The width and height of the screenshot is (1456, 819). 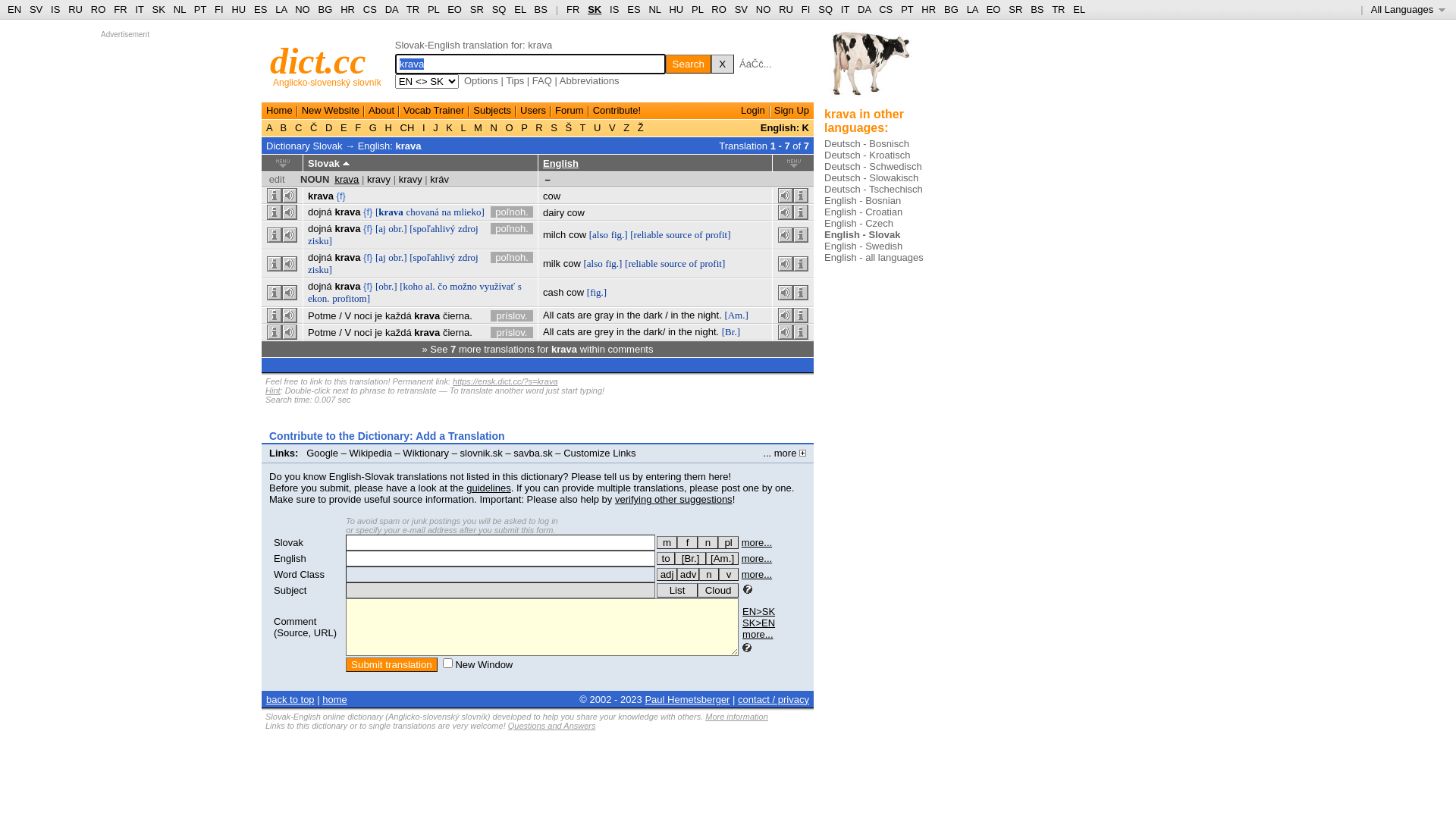 I want to click on 'edit', so click(x=277, y=178).